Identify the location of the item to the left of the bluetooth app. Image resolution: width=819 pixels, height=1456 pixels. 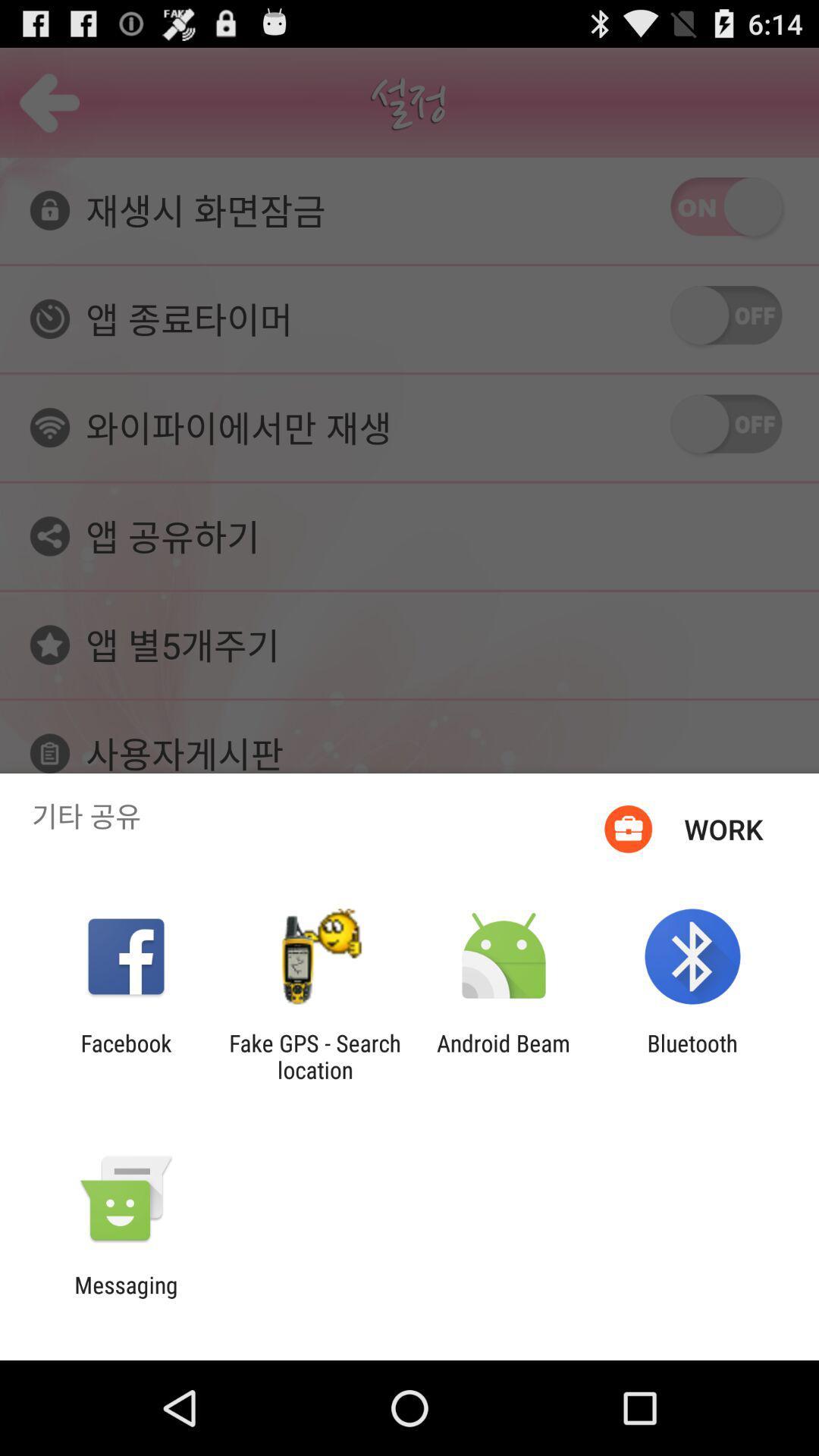
(504, 1056).